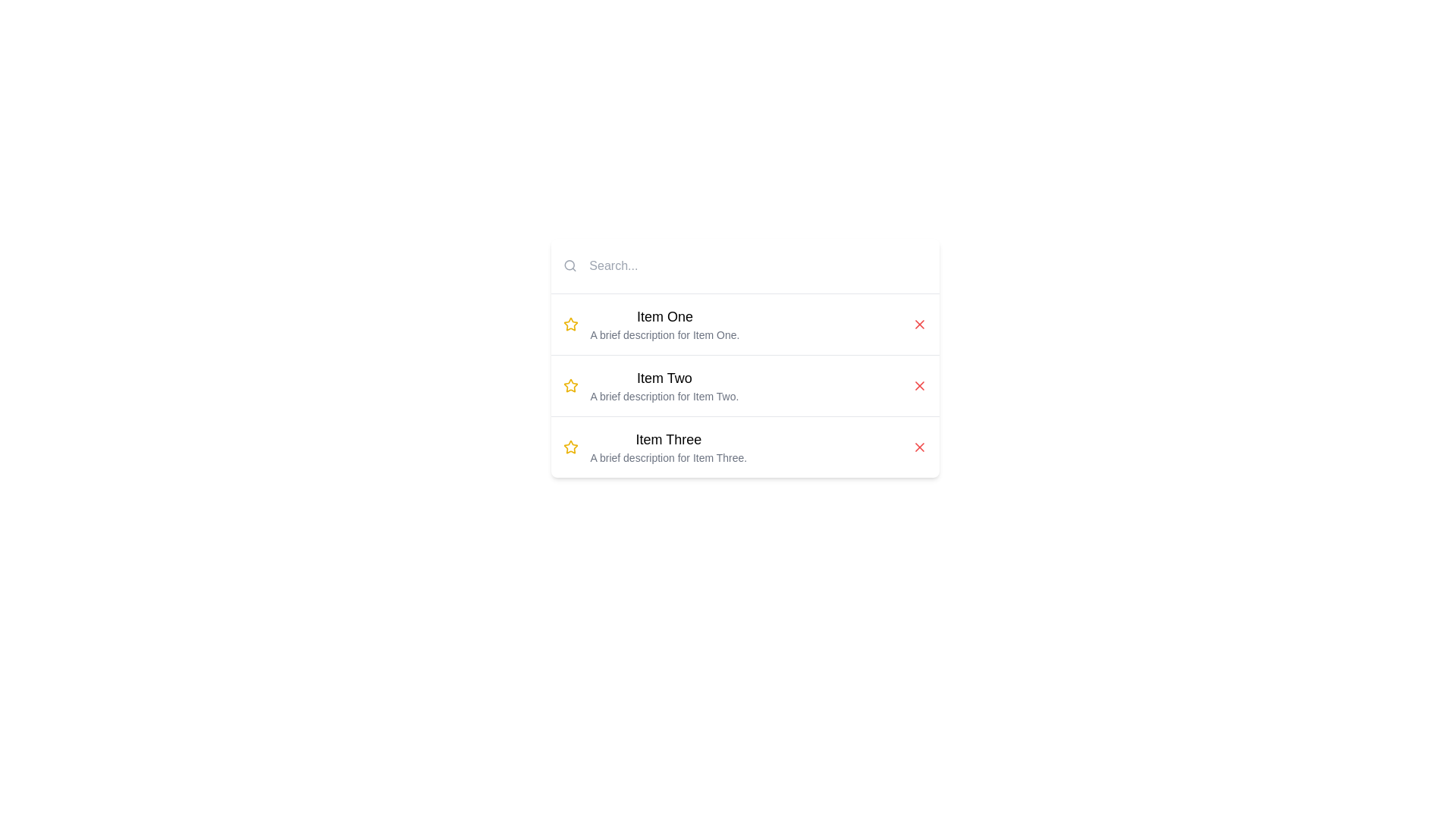 This screenshot has height=819, width=1456. What do you see at coordinates (918, 324) in the screenshot?
I see `the close or deletion icon located on the far-right side of the first item's row in the vertical list` at bounding box center [918, 324].